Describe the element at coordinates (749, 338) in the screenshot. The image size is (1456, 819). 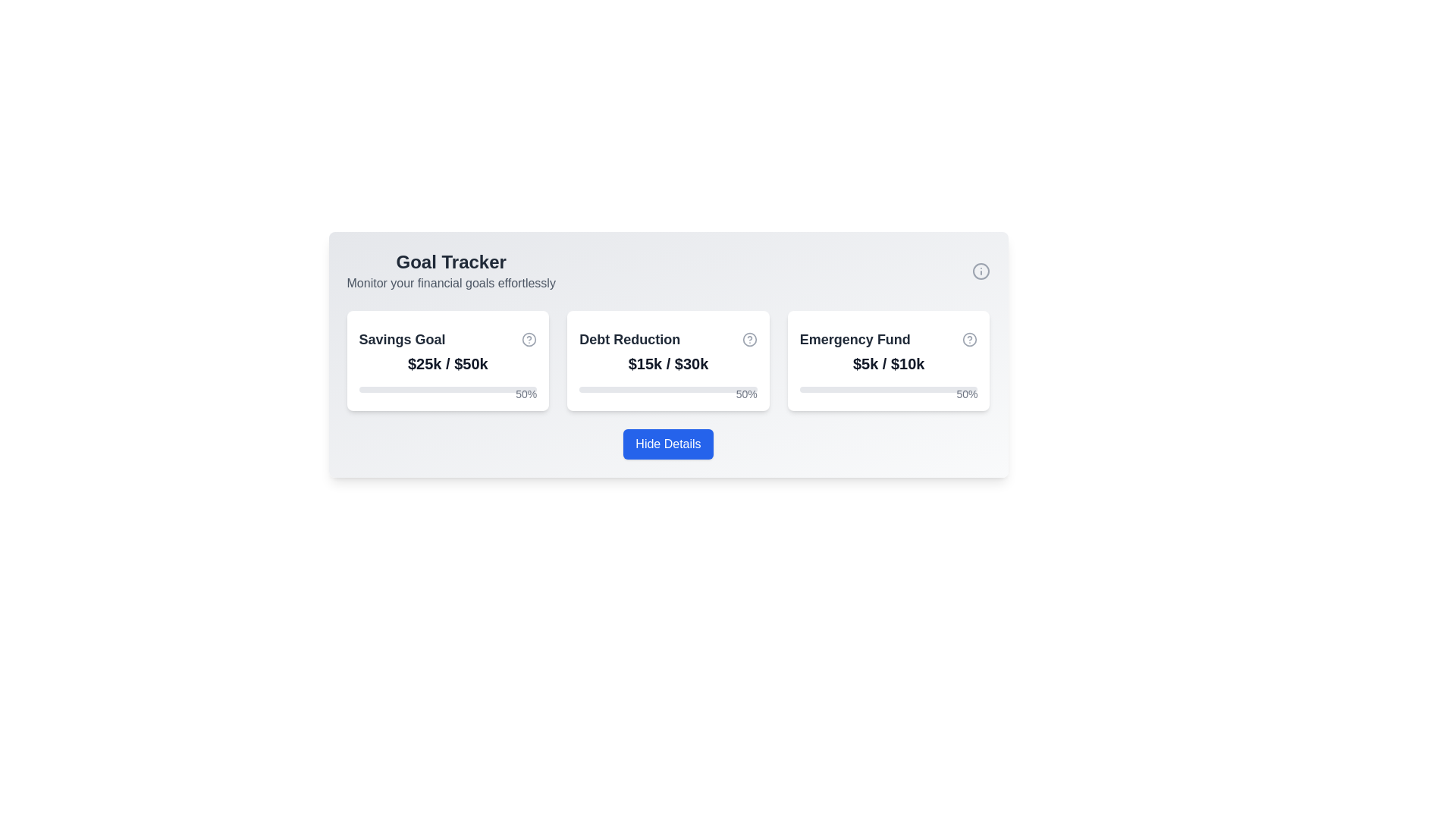
I see `the Question Mark icon in the top-right corner of the 'Debt Reduction' card` at that location.